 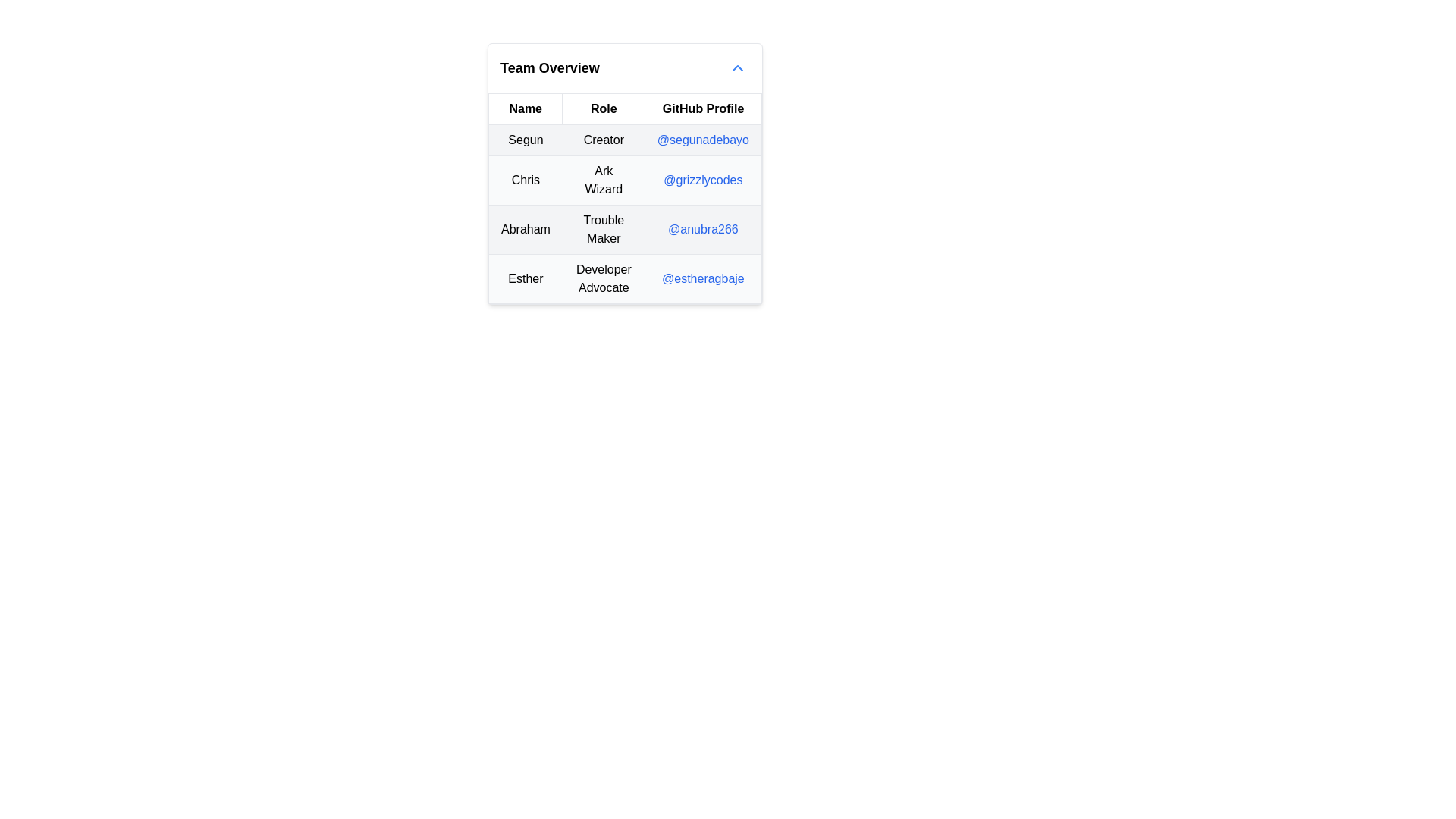 What do you see at coordinates (603, 108) in the screenshot?
I see `text label that serves as the header for the 'Role' column in the table, positioned between the 'Name' and 'GitHub Profile' labels` at bounding box center [603, 108].